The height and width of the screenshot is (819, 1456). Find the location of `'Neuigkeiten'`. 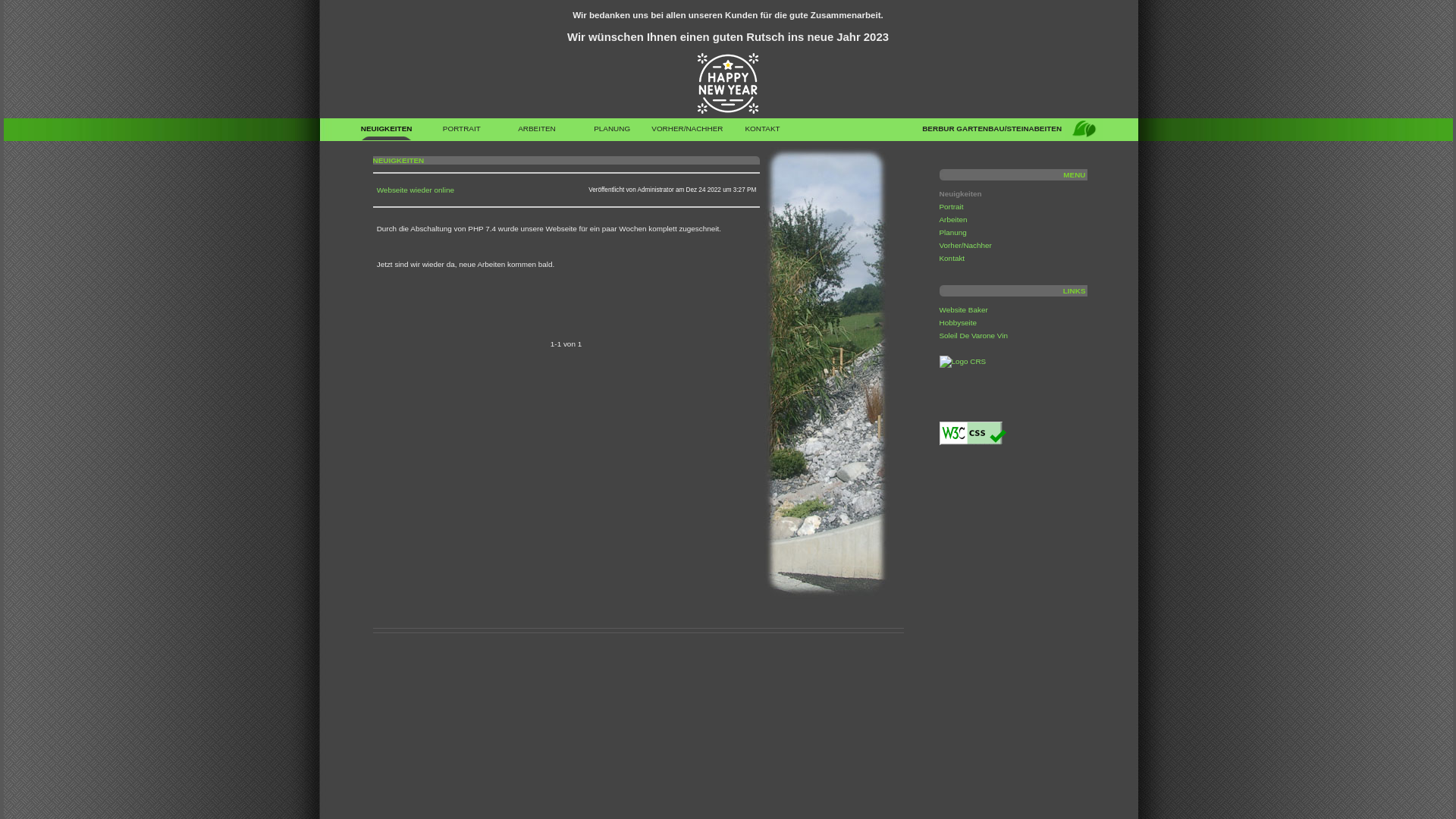

'Neuigkeiten' is located at coordinates (959, 193).